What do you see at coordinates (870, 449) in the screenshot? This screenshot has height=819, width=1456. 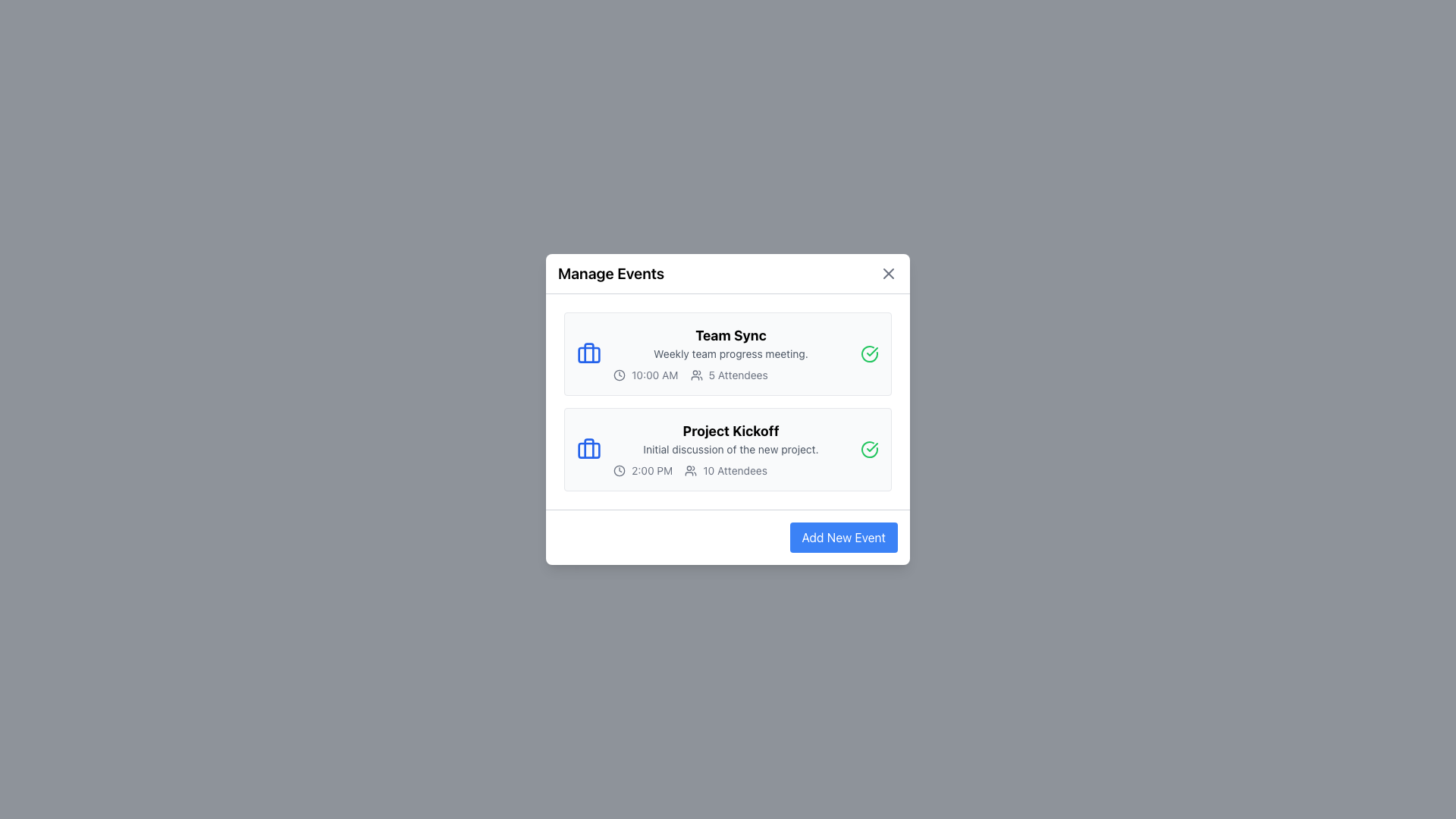 I see `the status indicator button located near the top-right corner of the 'Project Kickoff' event` at bounding box center [870, 449].